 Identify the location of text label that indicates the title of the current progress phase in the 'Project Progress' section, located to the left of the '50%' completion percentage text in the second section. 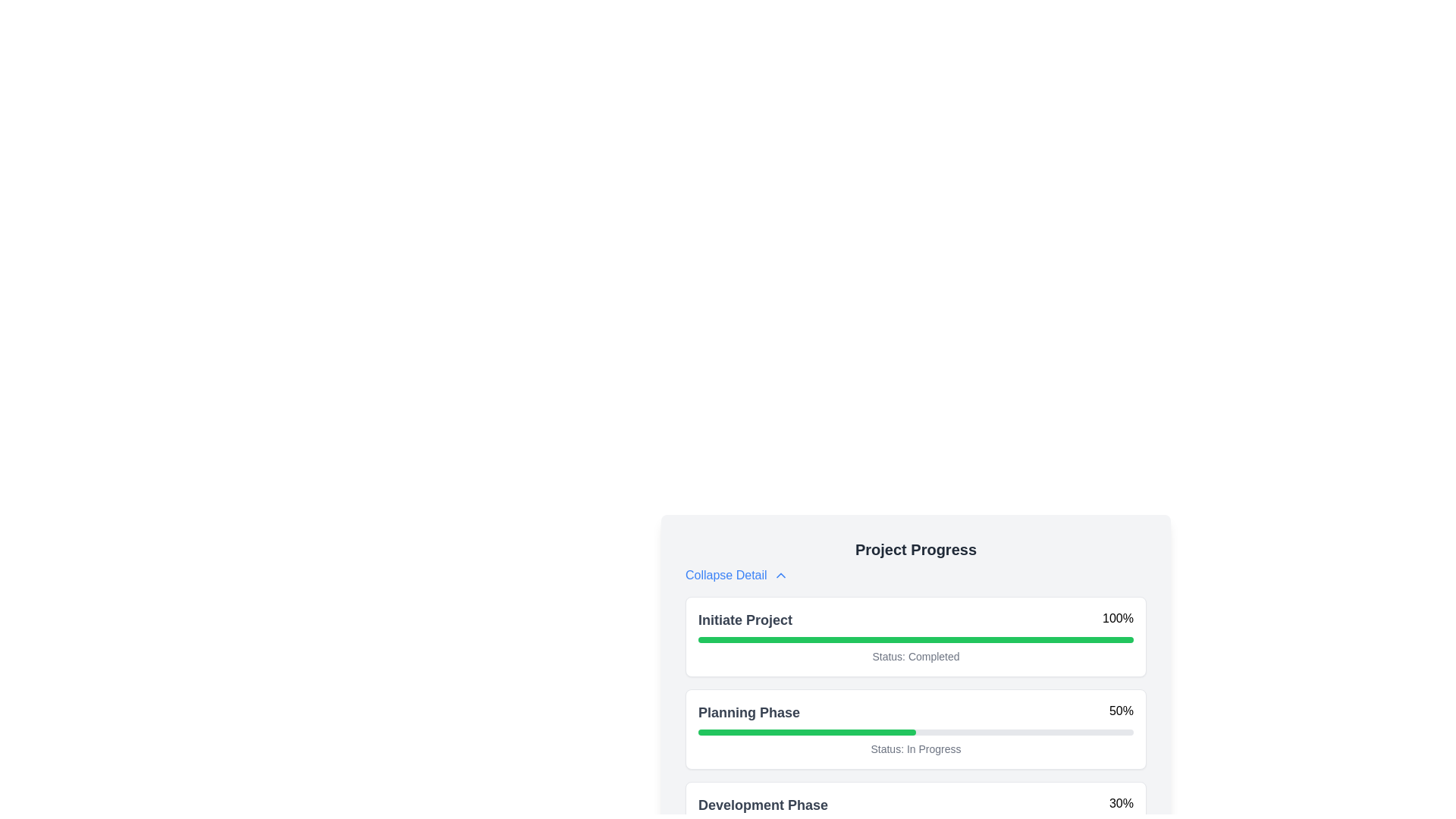
(749, 713).